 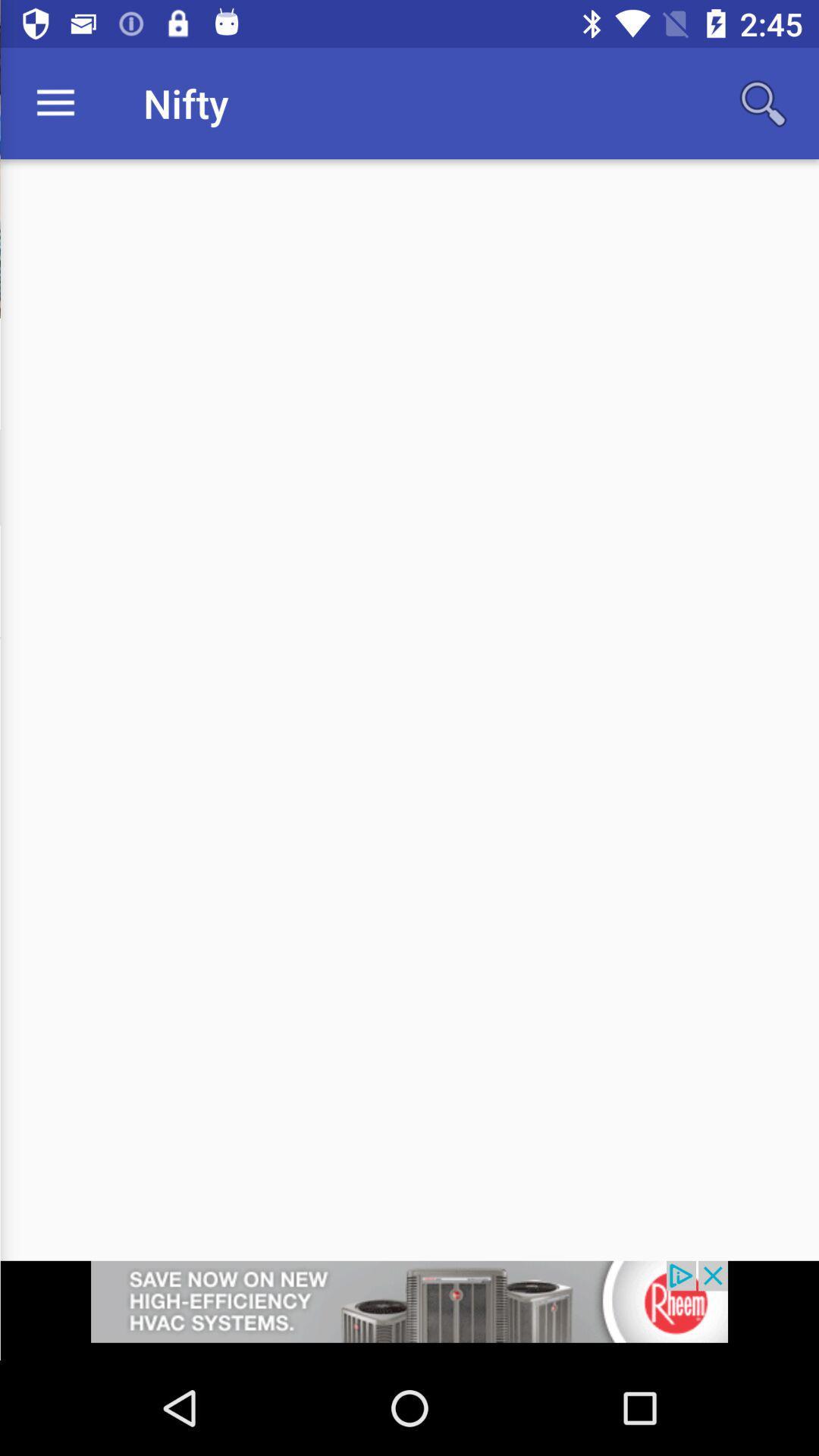 I want to click on advertising, so click(x=409, y=1310).